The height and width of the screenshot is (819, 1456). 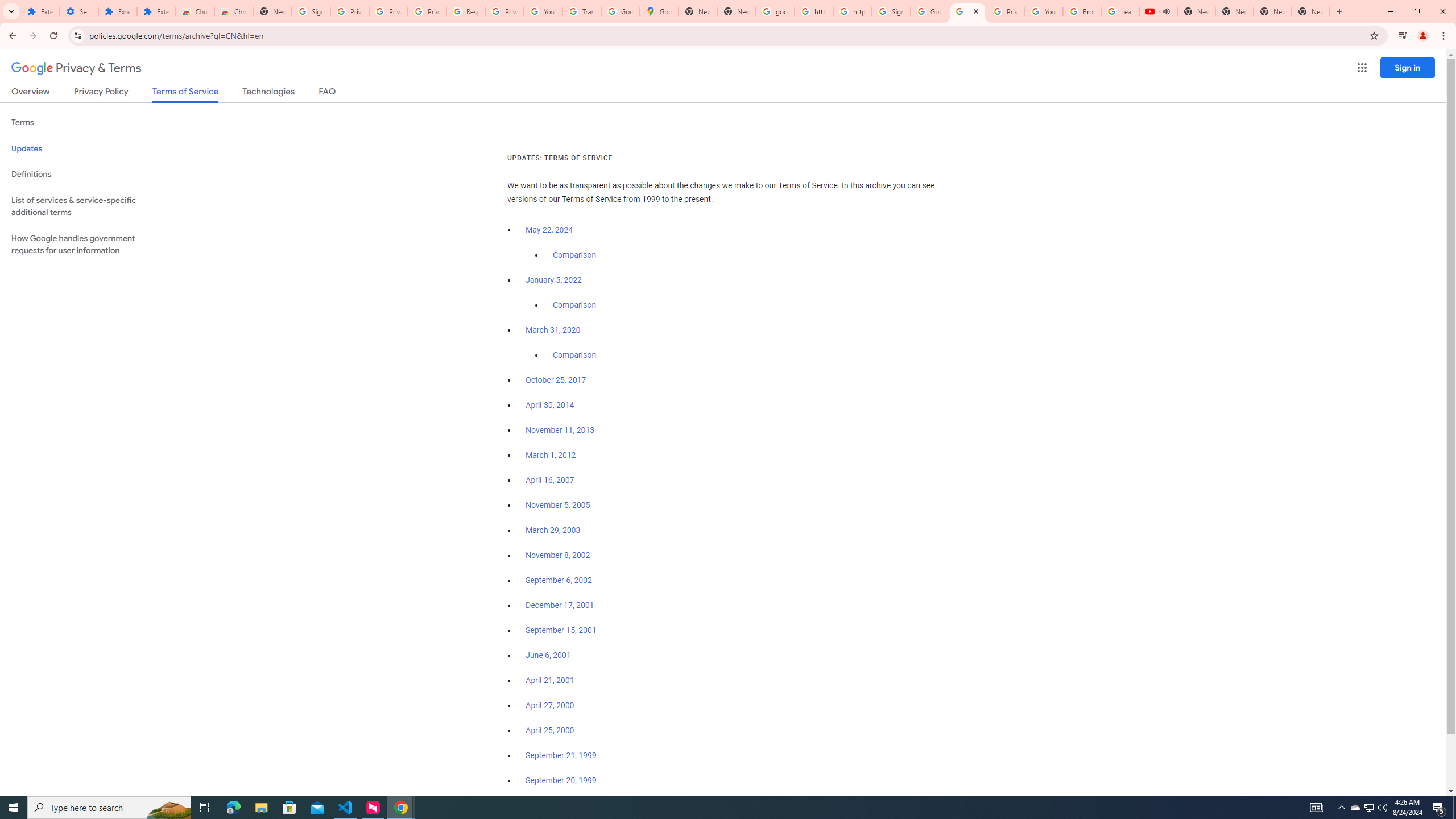 I want to click on 'September 15, 2001', so click(x=561, y=630).